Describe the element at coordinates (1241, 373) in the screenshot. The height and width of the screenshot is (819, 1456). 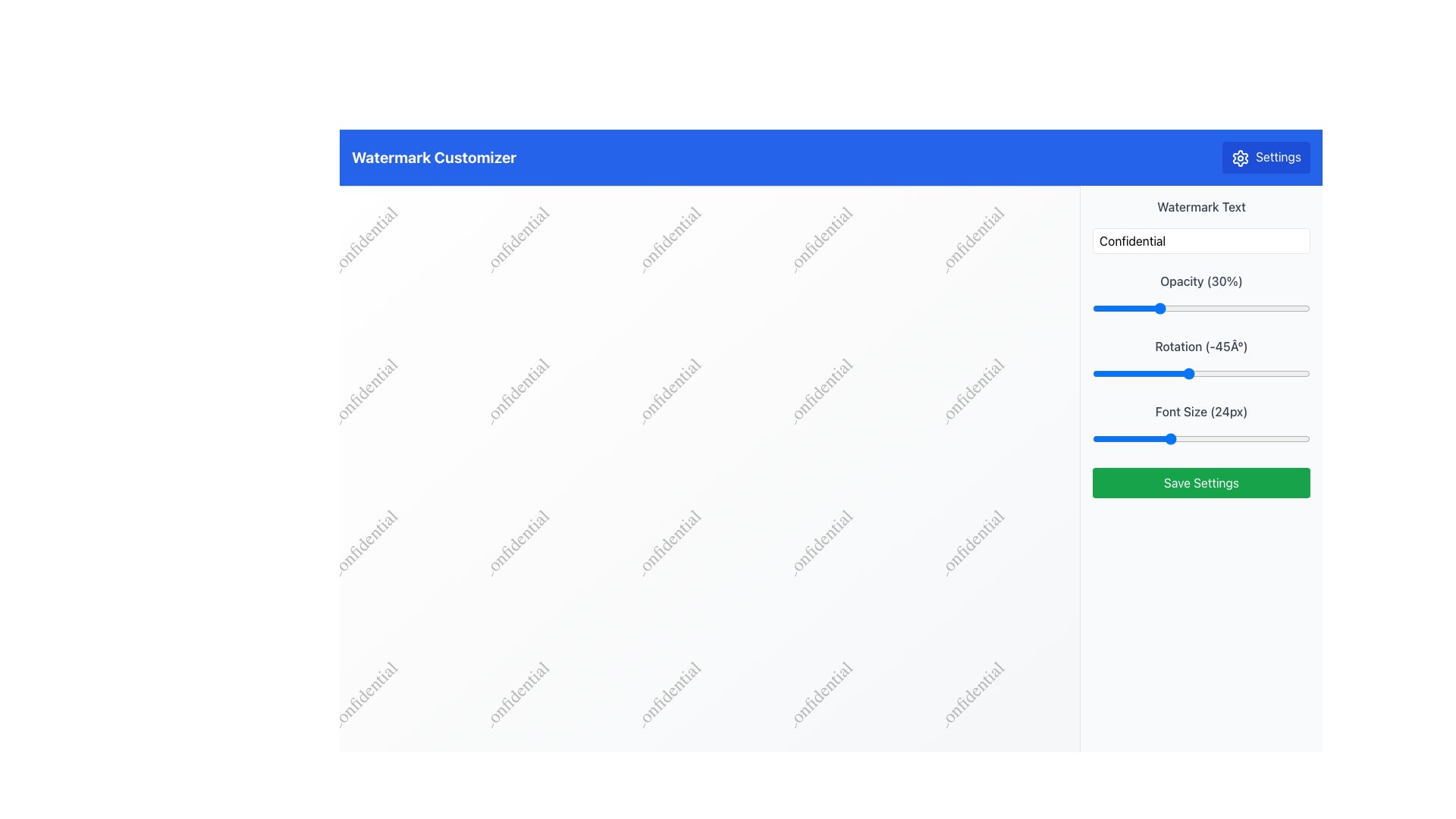
I see `rotation` at that location.